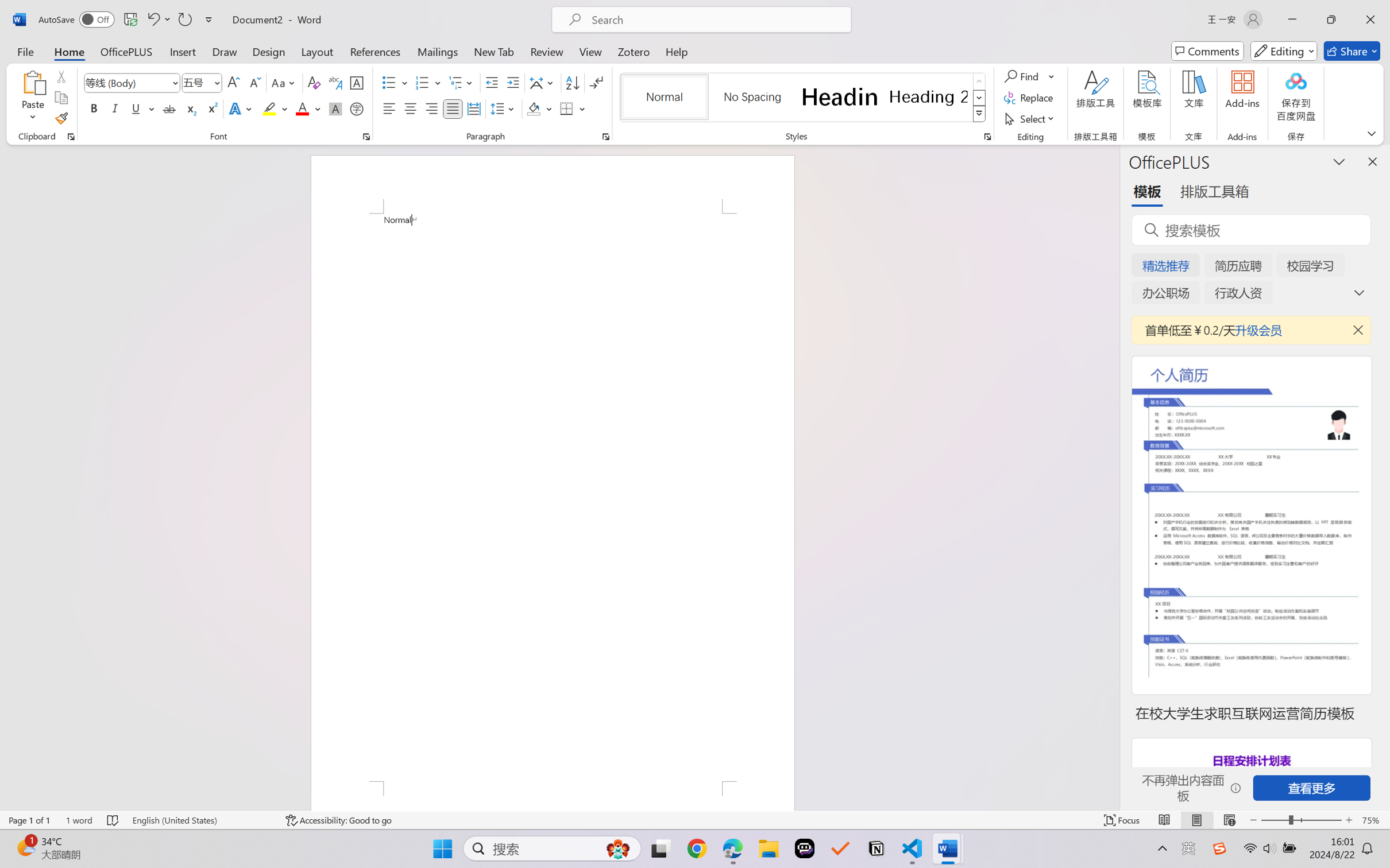  Describe the element at coordinates (596, 83) in the screenshot. I see `'Show/Hide Editing Marks'` at that location.